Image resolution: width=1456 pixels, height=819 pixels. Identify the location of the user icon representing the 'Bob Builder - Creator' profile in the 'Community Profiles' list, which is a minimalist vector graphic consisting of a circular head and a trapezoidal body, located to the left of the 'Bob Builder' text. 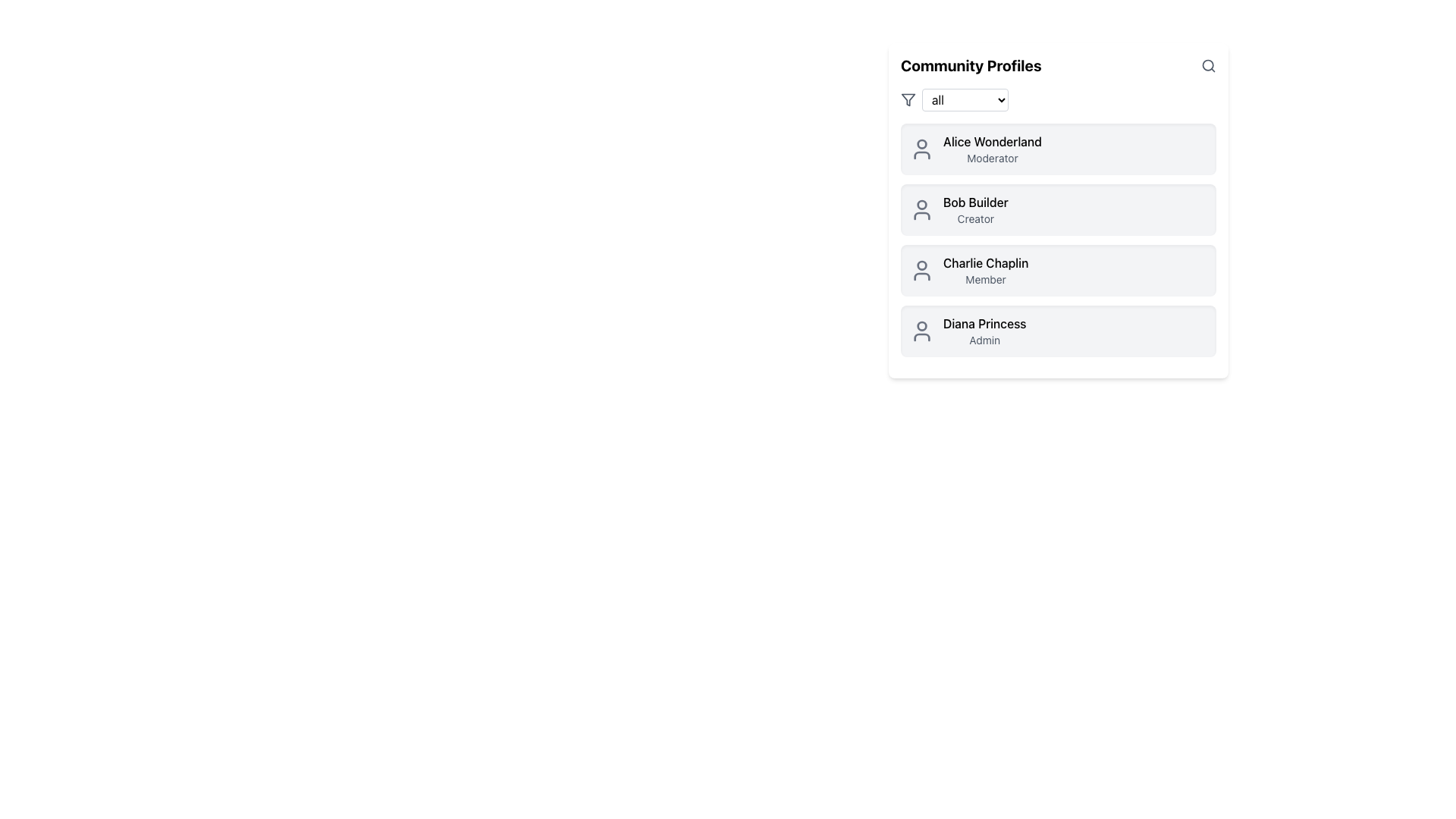
(921, 210).